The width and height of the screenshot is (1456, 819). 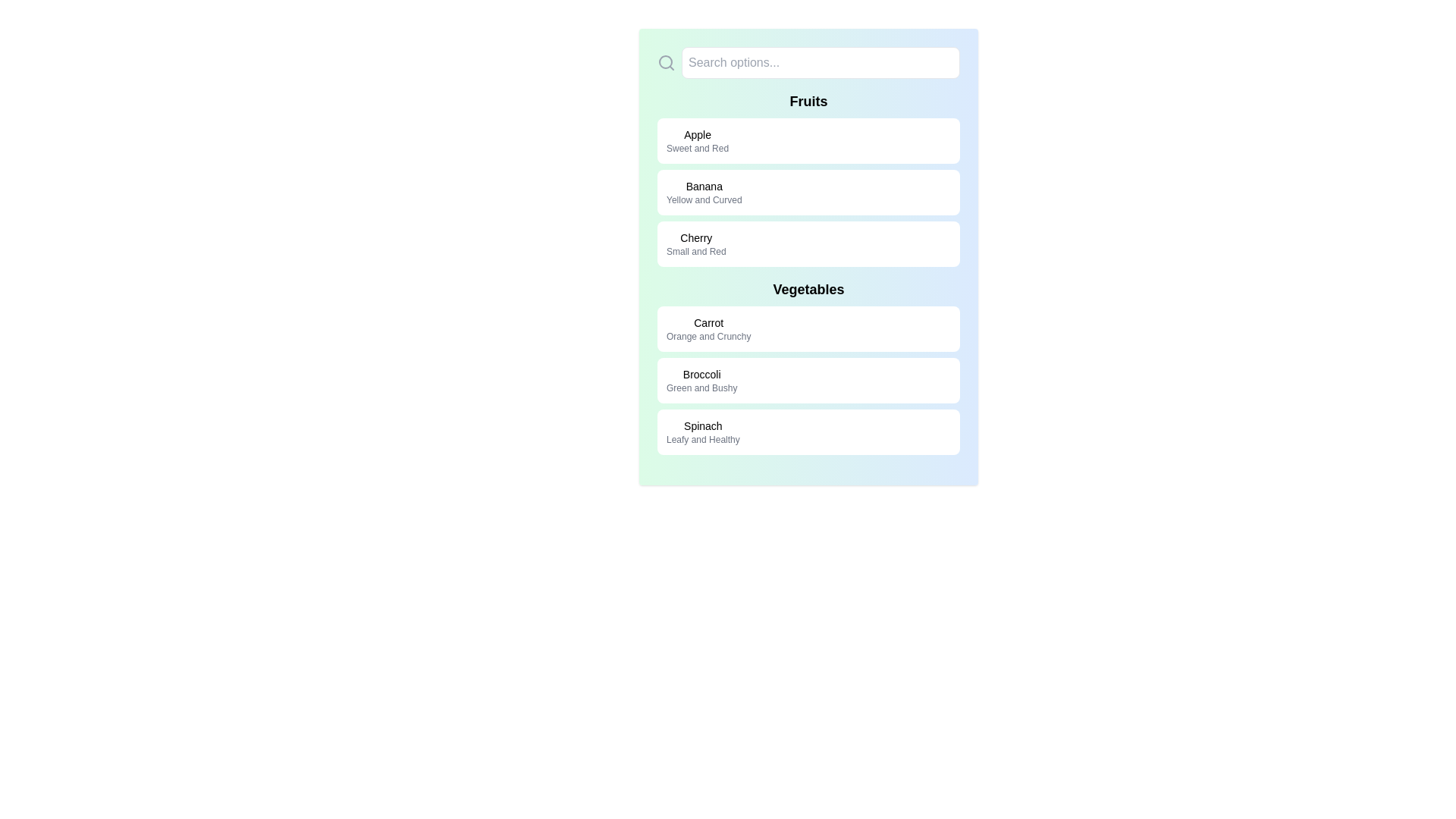 What do you see at coordinates (695, 250) in the screenshot?
I see `text content of the descriptive label 'Small and Red' located below the title 'Cherry' in the 'Fruits' section` at bounding box center [695, 250].